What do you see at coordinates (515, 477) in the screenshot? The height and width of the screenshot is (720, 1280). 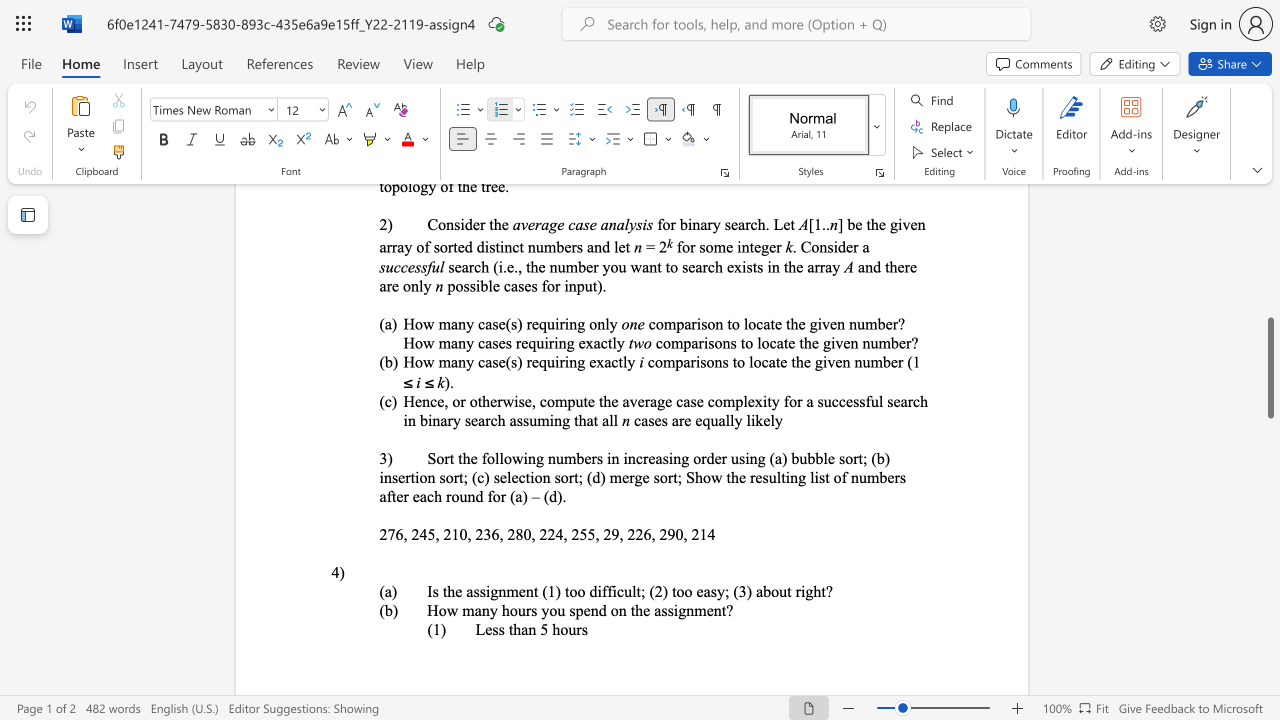 I see `the 8th character "e" in the text` at bounding box center [515, 477].